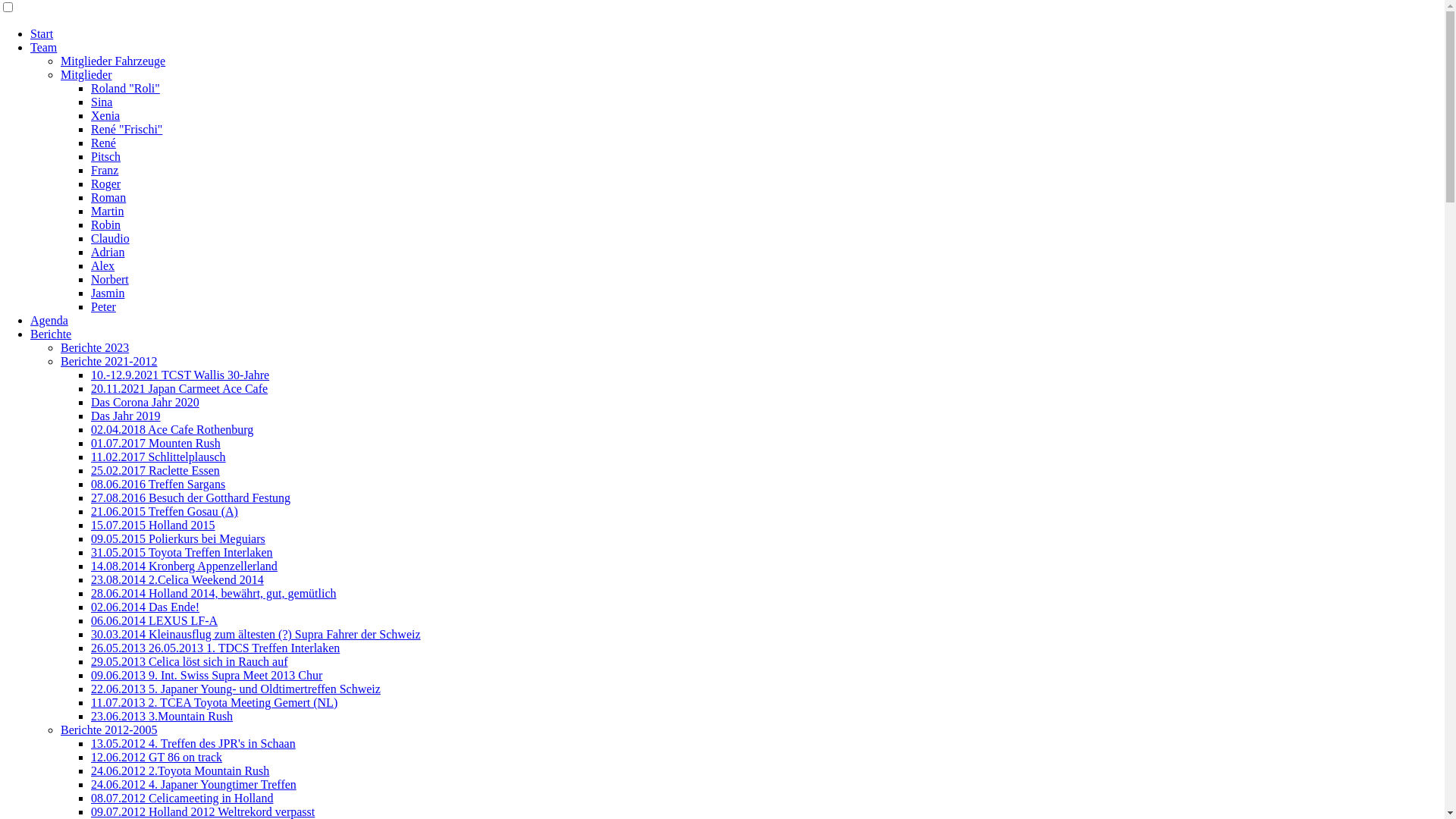 Image resolution: width=1456 pixels, height=819 pixels. What do you see at coordinates (105, 156) in the screenshot?
I see `'Pitsch'` at bounding box center [105, 156].